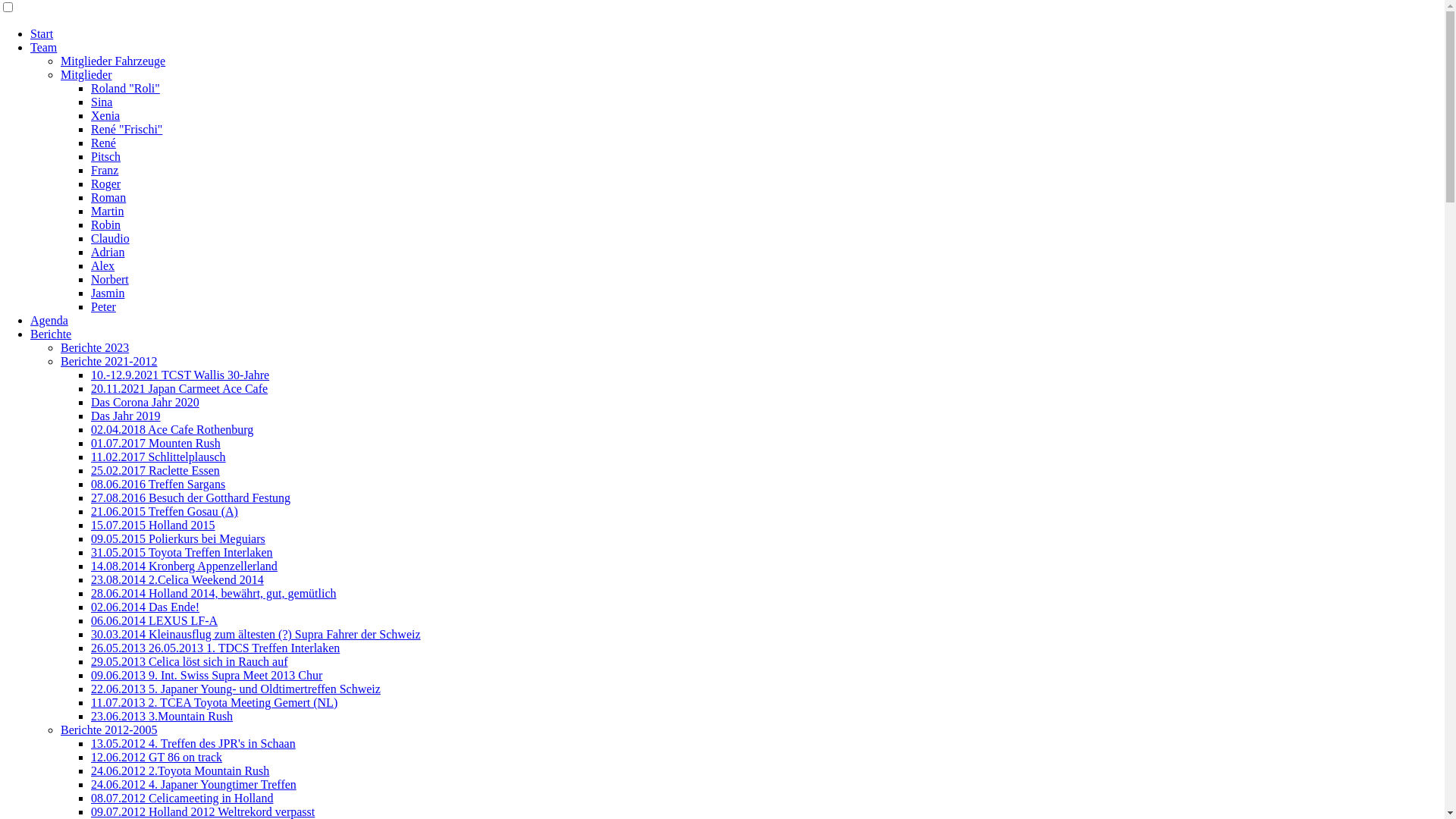 Image resolution: width=1456 pixels, height=819 pixels. What do you see at coordinates (105, 156) in the screenshot?
I see `'Pitsch'` at bounding box center [105, 156].